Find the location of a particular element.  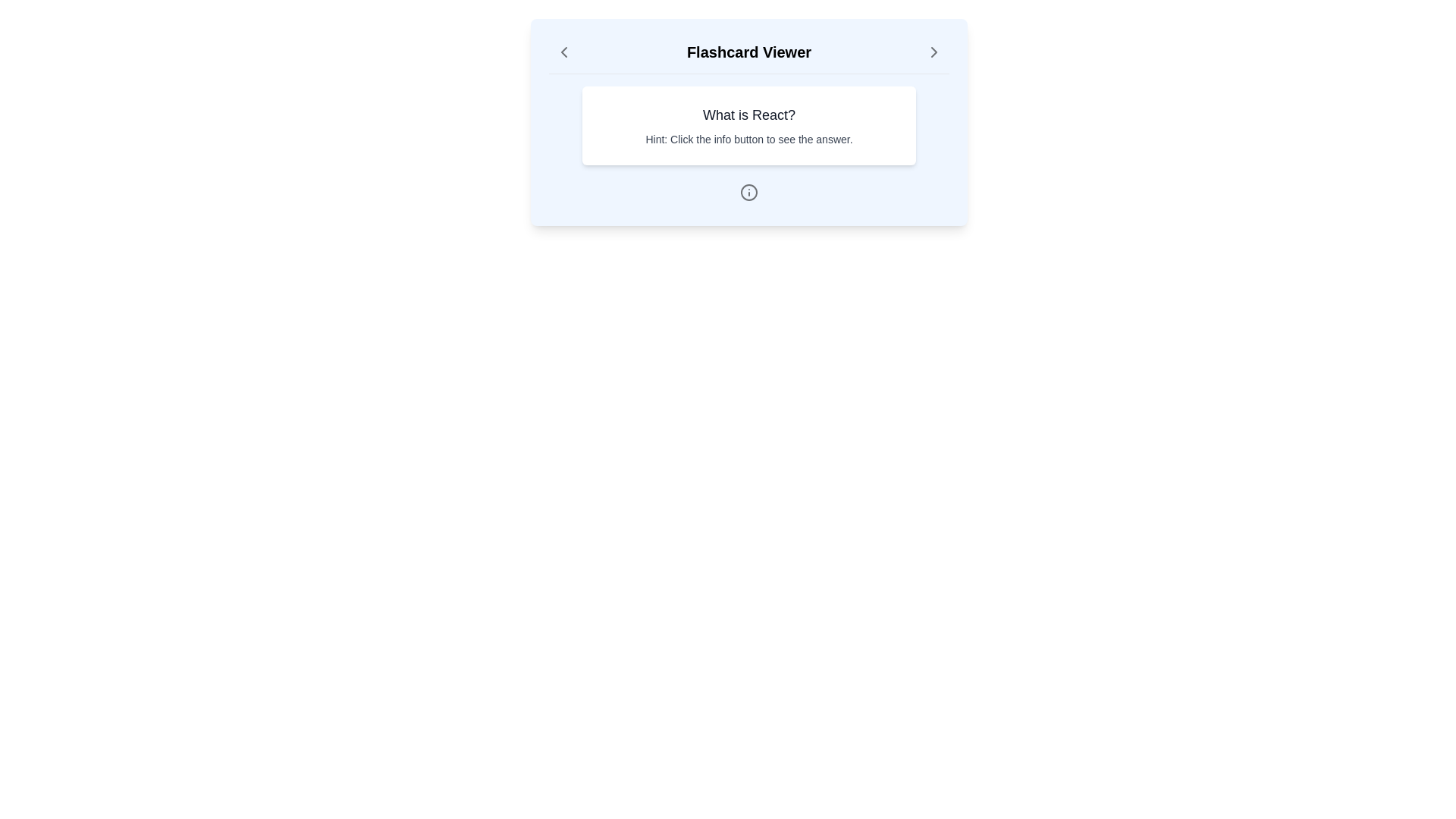

the left-facing chevron icon button located at the far left of the title bar labeled 'Flashcard Viewer' is located at coordinates (563, 52).